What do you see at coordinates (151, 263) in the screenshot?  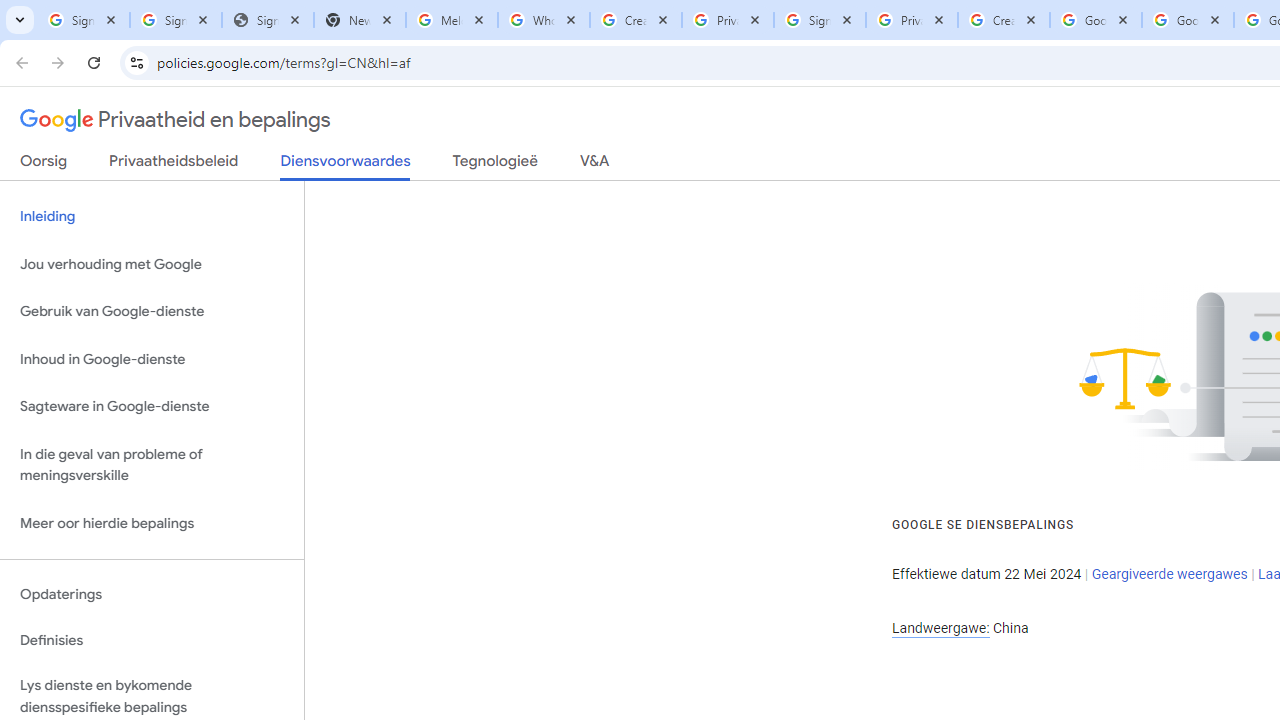 I see `'Jou verhouding met Google'` at bounding box center [151, 263].